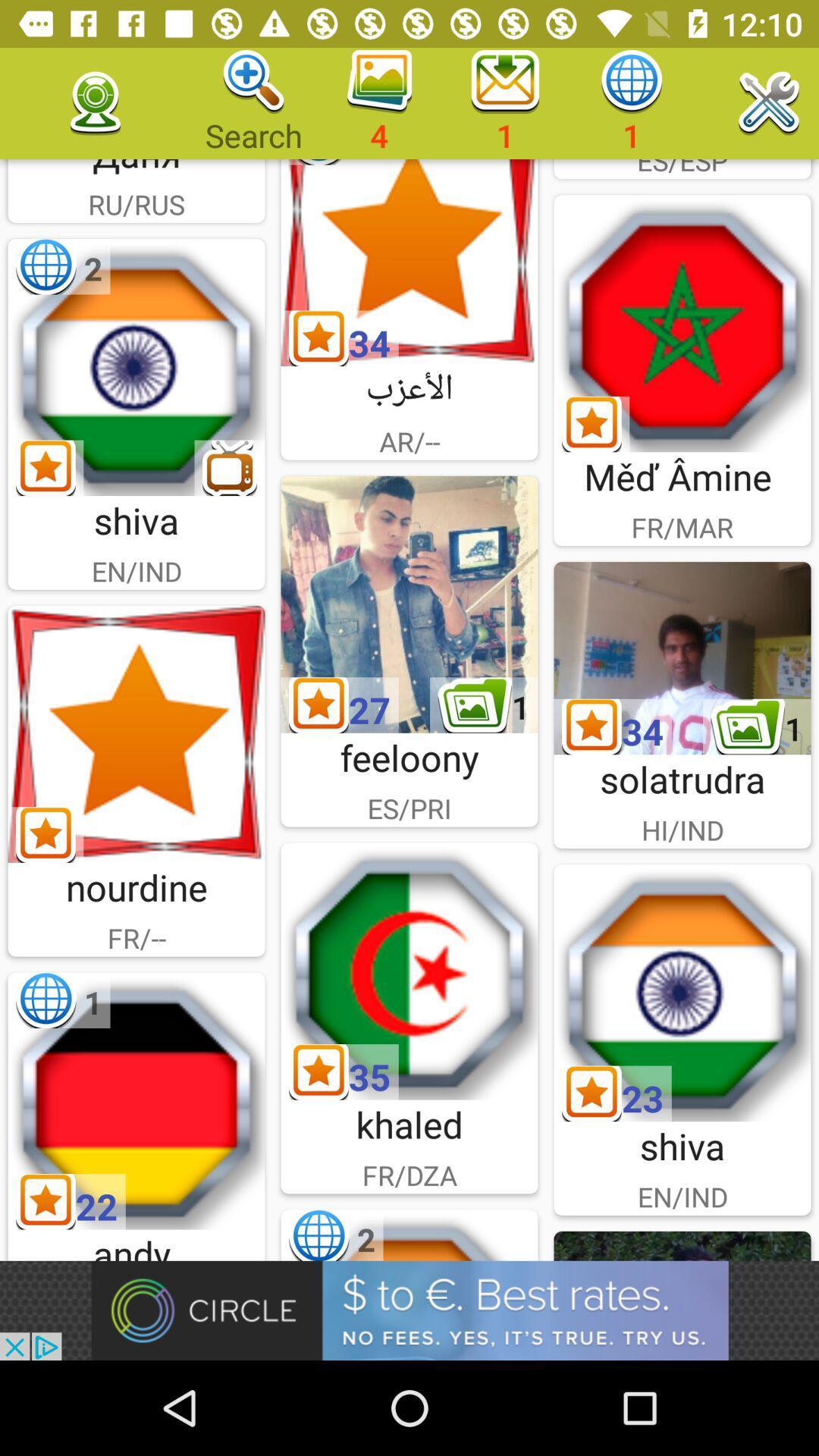  Describe the element at coordinates (409, 1310) in the screenshot. I see `open advertisement` at that location.